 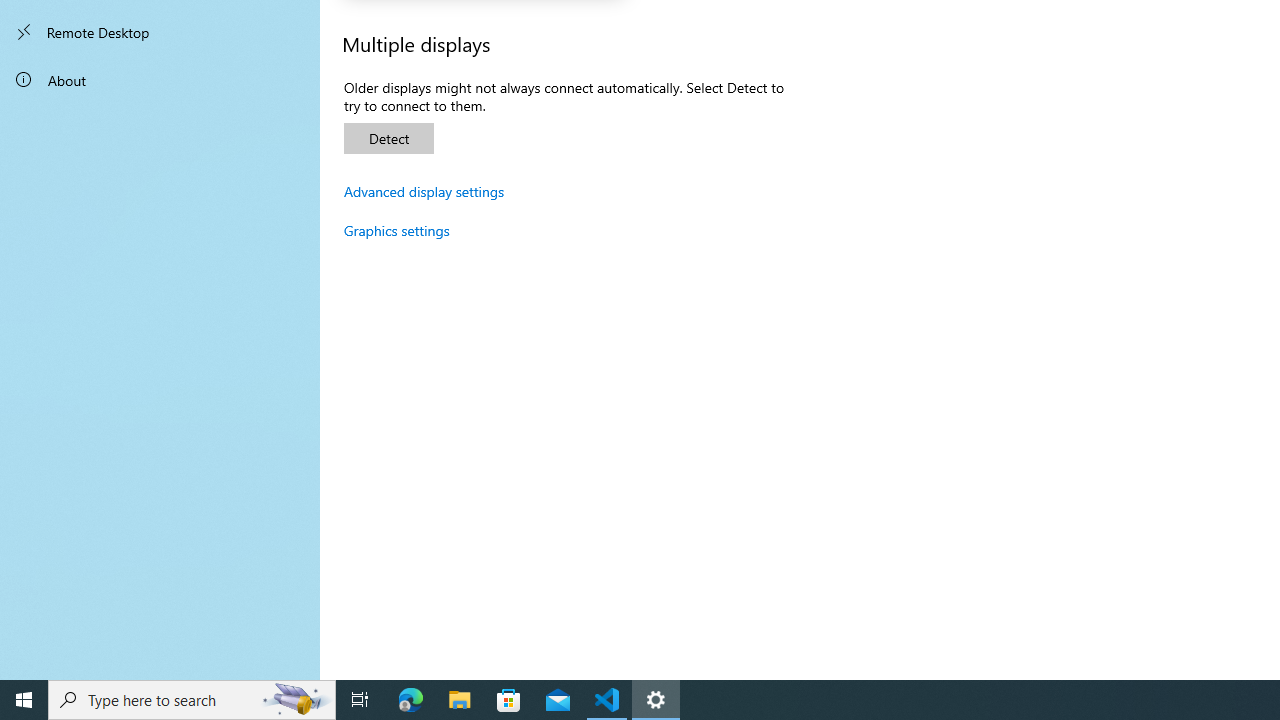 I want to click on 'Advanced display settings', so click(x=423, y=191).